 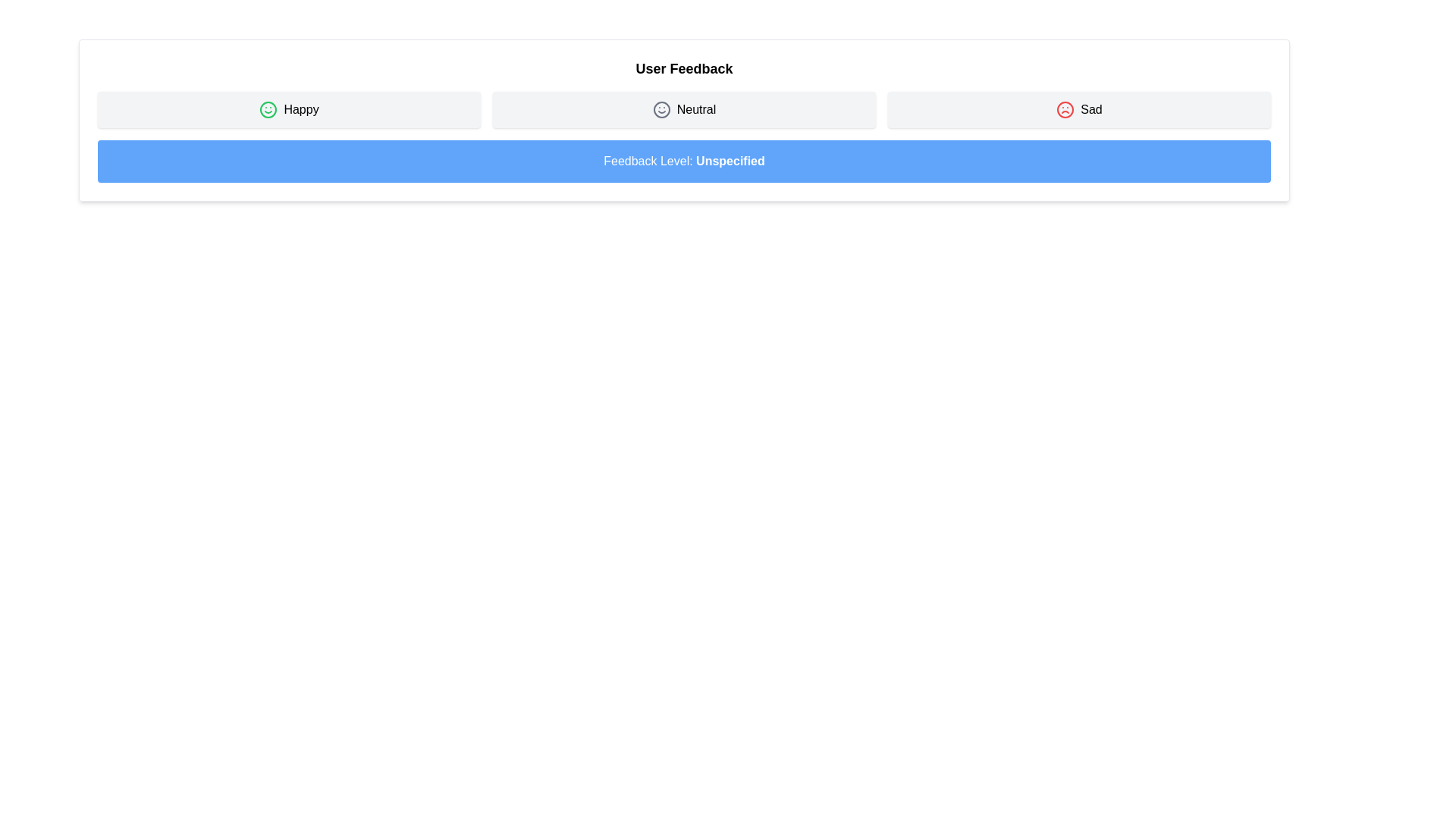 I want to click on the button with a neutral light-gray background and a smiley face emoji labeled 'Neutral', so click(x=683, y=109).